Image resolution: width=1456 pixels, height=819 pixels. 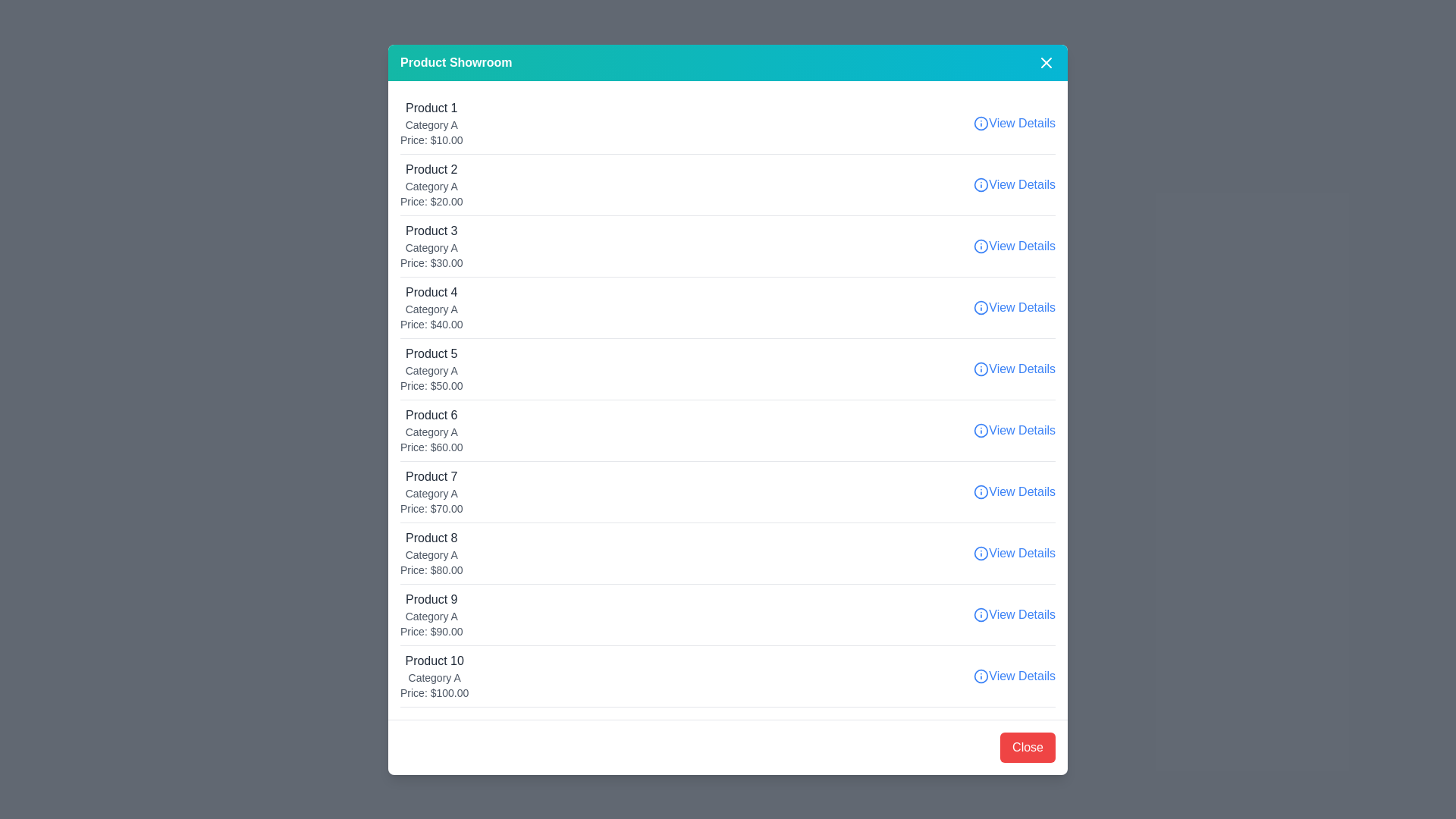 What do you see at coordinates (1028, 746) in the screenshot?
I see `the Close button in the footer to close the dialog` at bounding box center [1028, 746].